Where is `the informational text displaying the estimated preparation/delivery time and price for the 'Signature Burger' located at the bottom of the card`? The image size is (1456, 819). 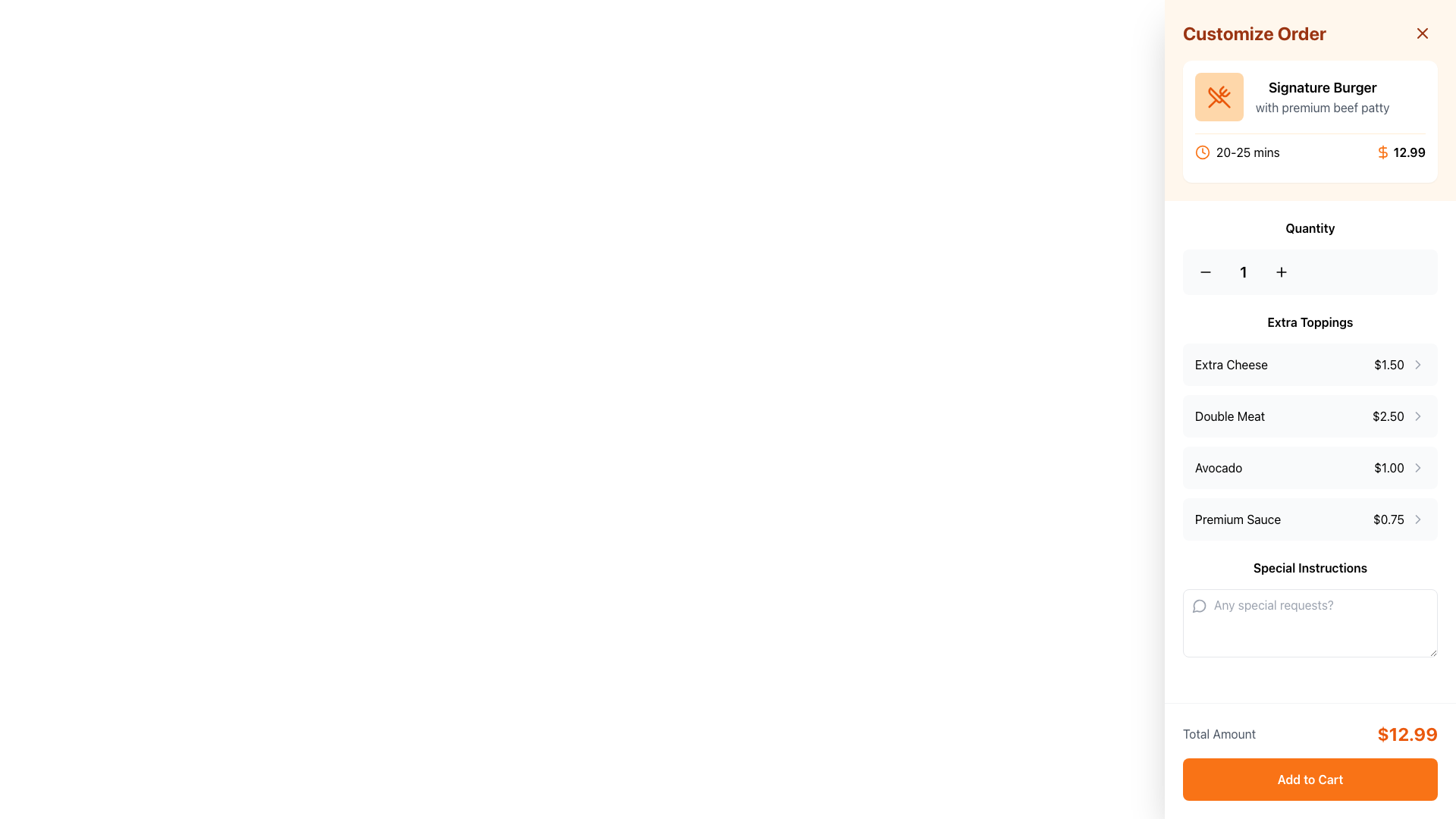
the informational text displaying the estimated preparation/delivery time and price for the 'Signature Burger' located at the bottom of the card is located at coordinates (1310, 152).